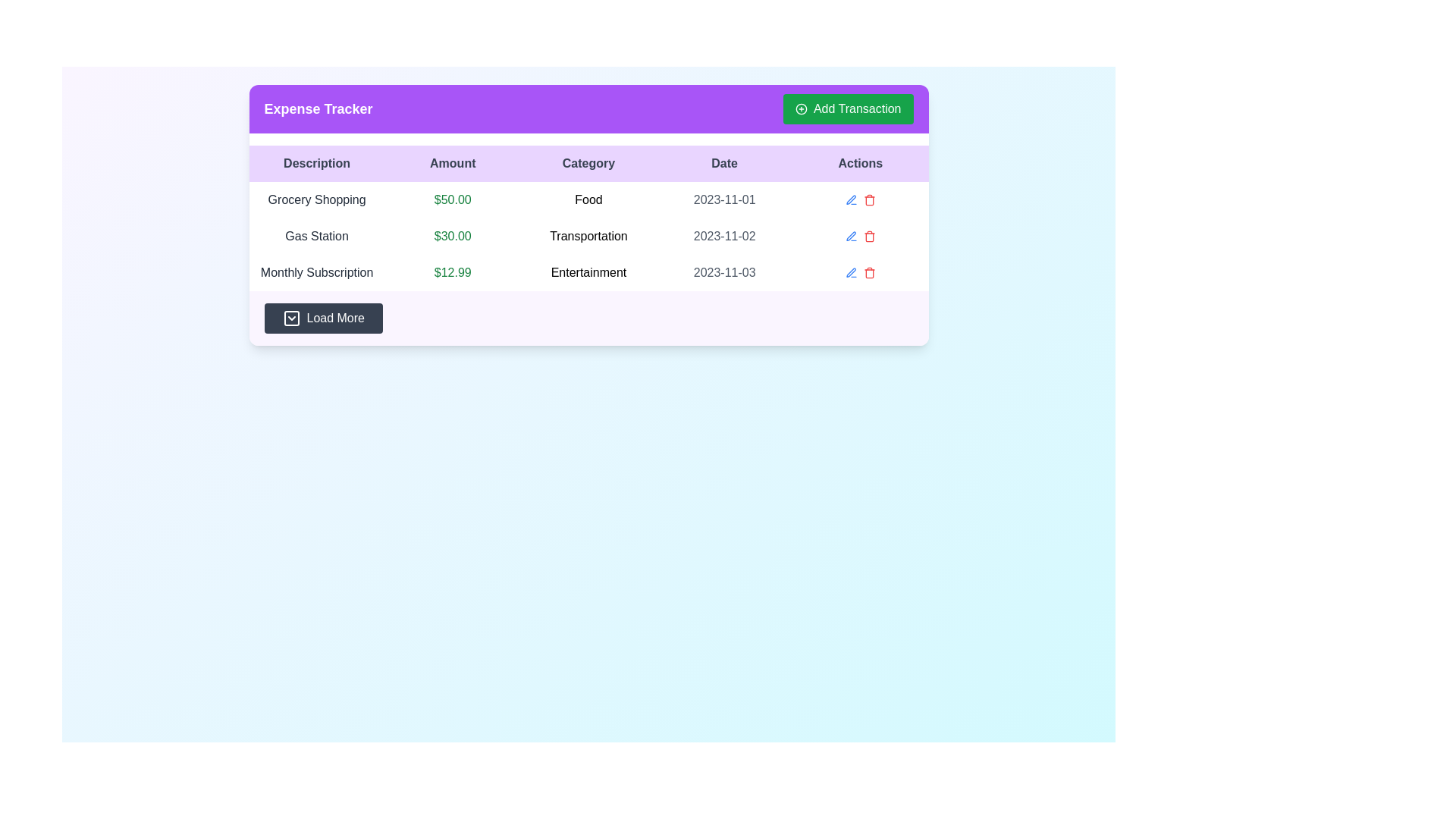 Image resolution: width=1456 pixels, height=819 pixels. I want to click on the vertical rectangular trash can icon in the 'Actions' column for 'Food' on '2023-11-01', so click(869, 200).